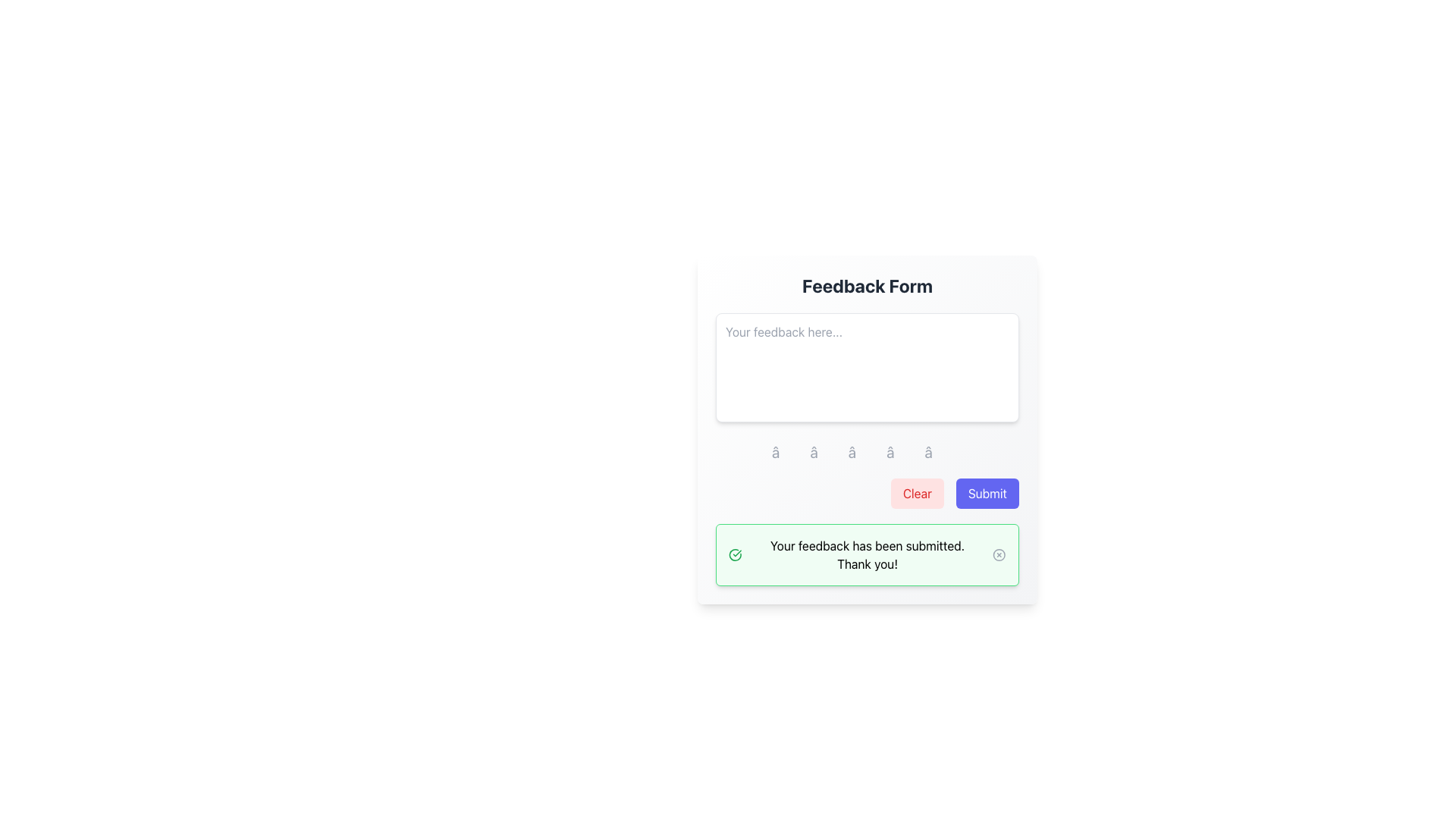 This screenshot has width=1456, height=819. Describe the element at coordinates (999, 555) in the screenshot. I see `the button icon with an 'X' mark inside a light gray circle, located at the far-right of the notification area that says 'Your feedback has been submitted. Thank you!'. This button changes to a darker gray when hovered over` at that location.